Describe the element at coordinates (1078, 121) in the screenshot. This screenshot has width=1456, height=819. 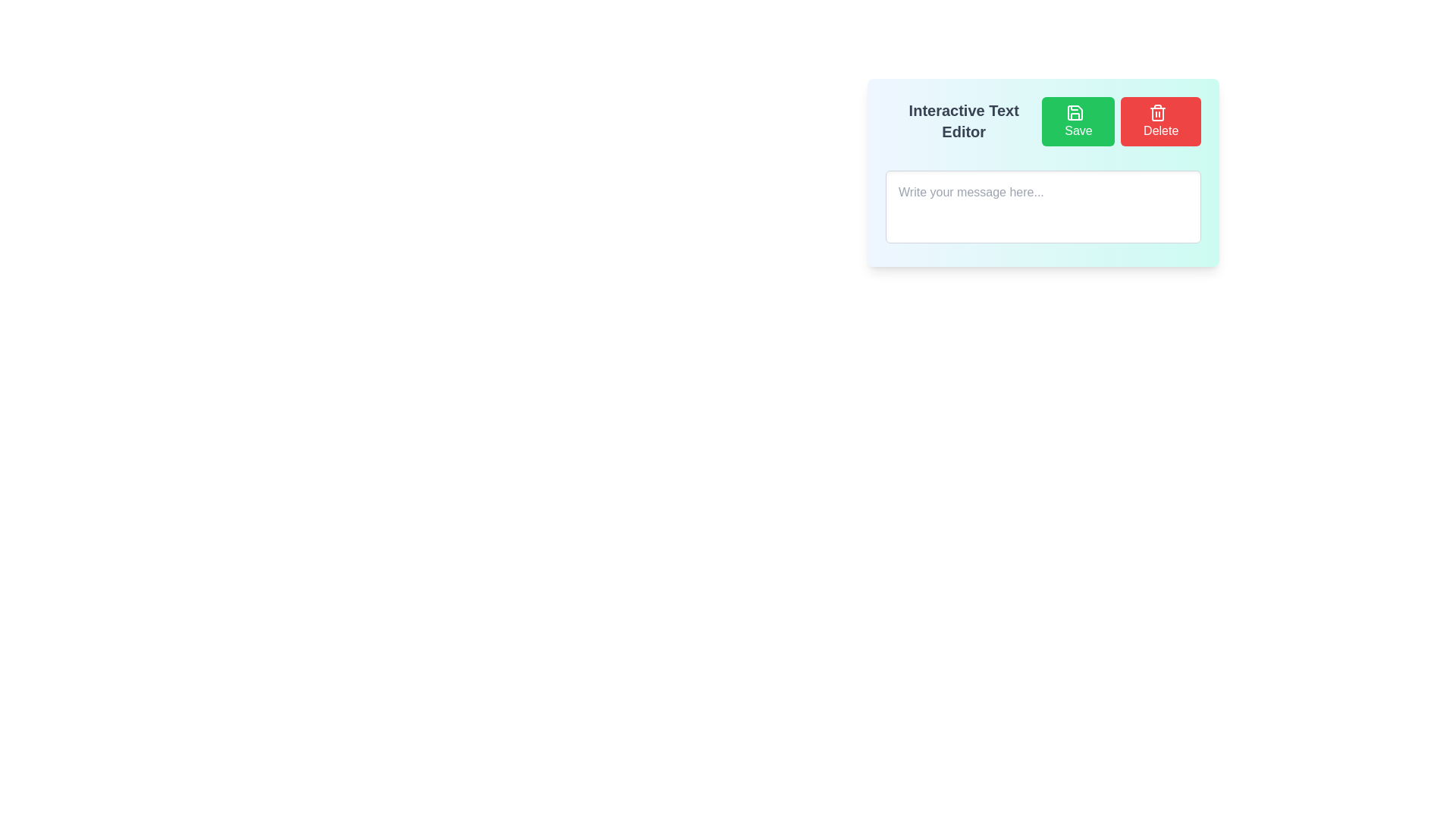
I see `the 'Save' button located in the top-right section of the 'Interactive Text Editor' card` at that location.